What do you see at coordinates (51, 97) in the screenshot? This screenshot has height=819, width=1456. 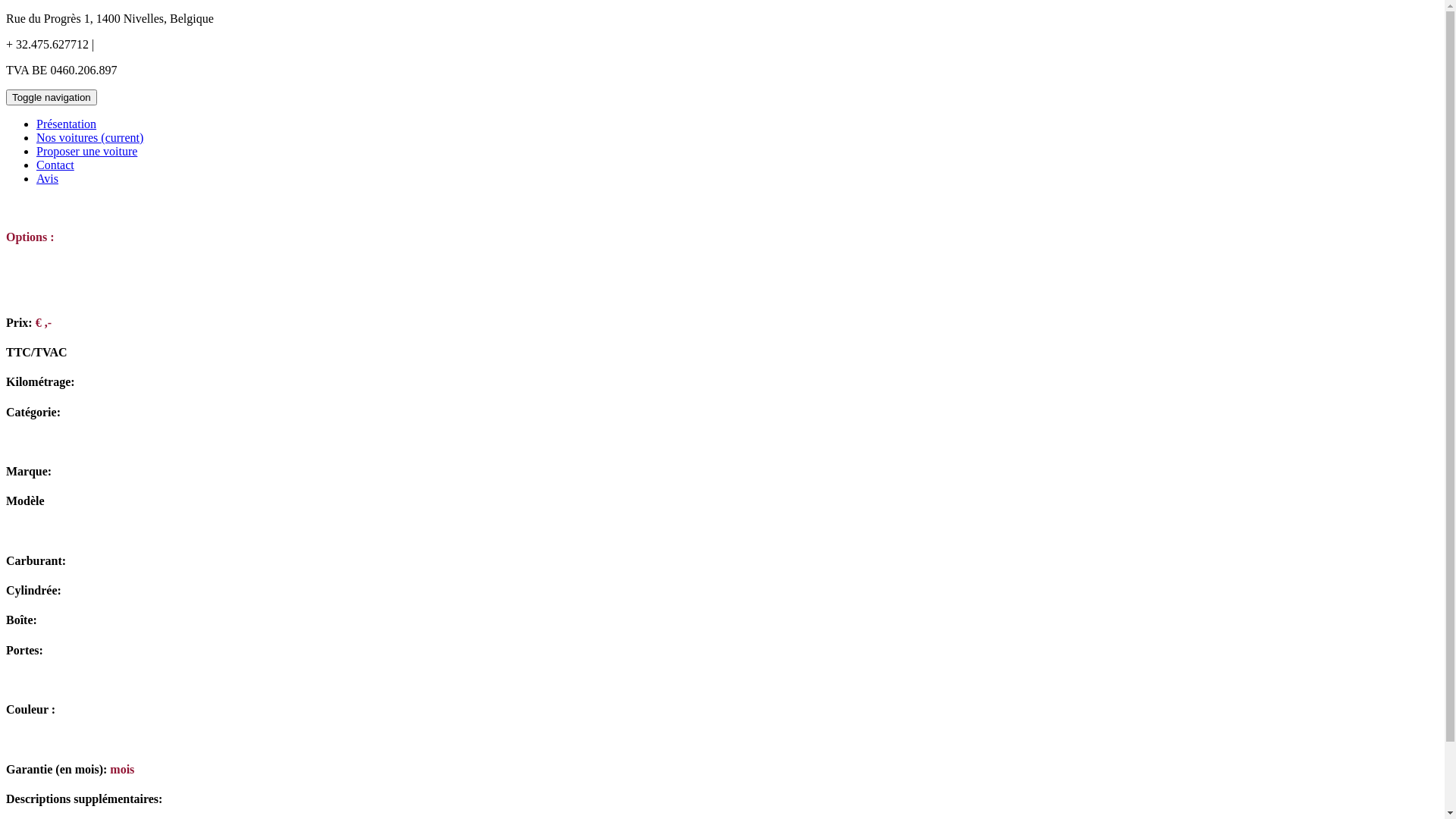 I see `'Toggle navigation'` at bounding box center [51, 97].